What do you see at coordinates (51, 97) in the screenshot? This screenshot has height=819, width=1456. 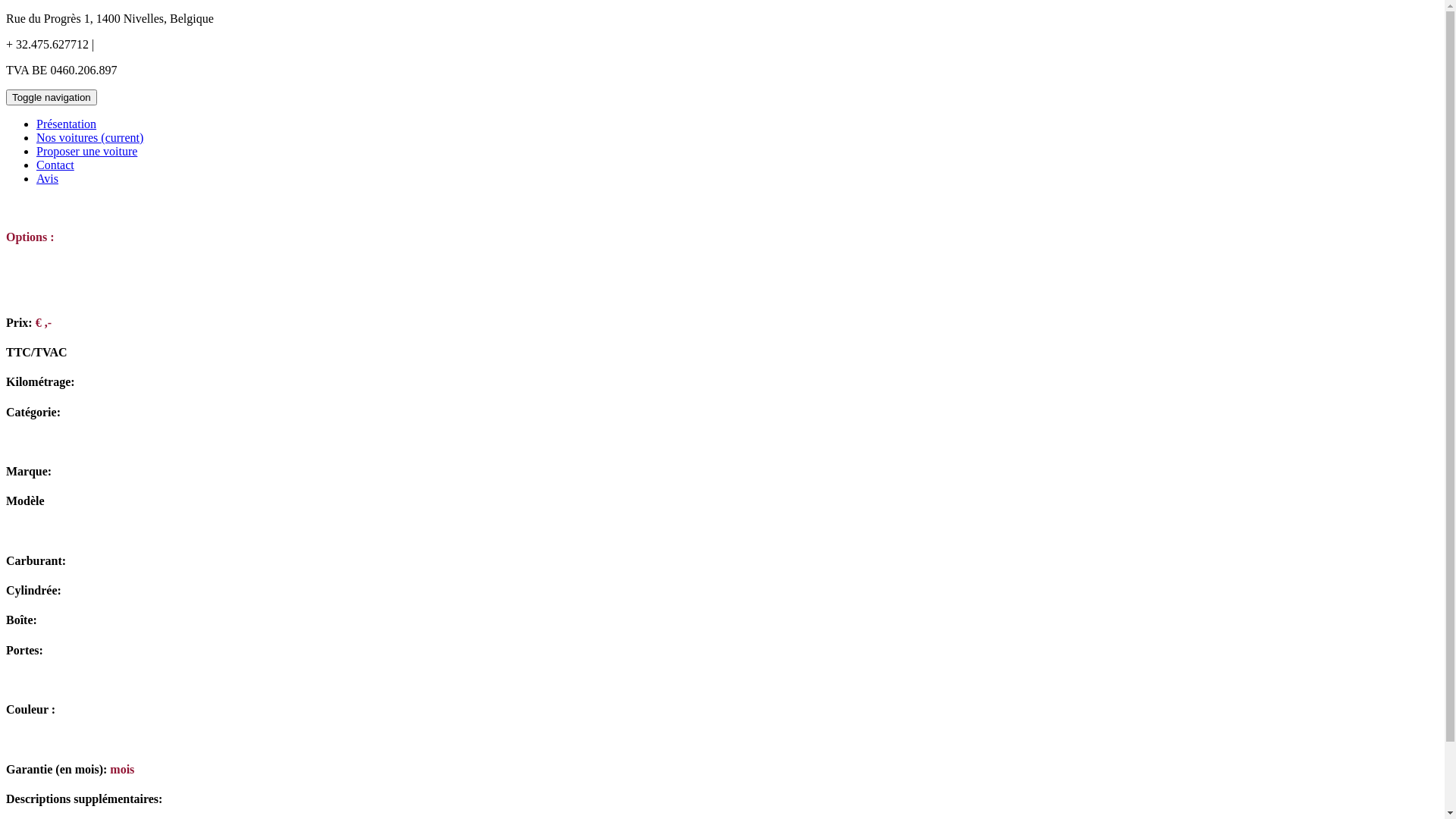 I see `'Toggle navigation'` at bounding box center [51, 97].